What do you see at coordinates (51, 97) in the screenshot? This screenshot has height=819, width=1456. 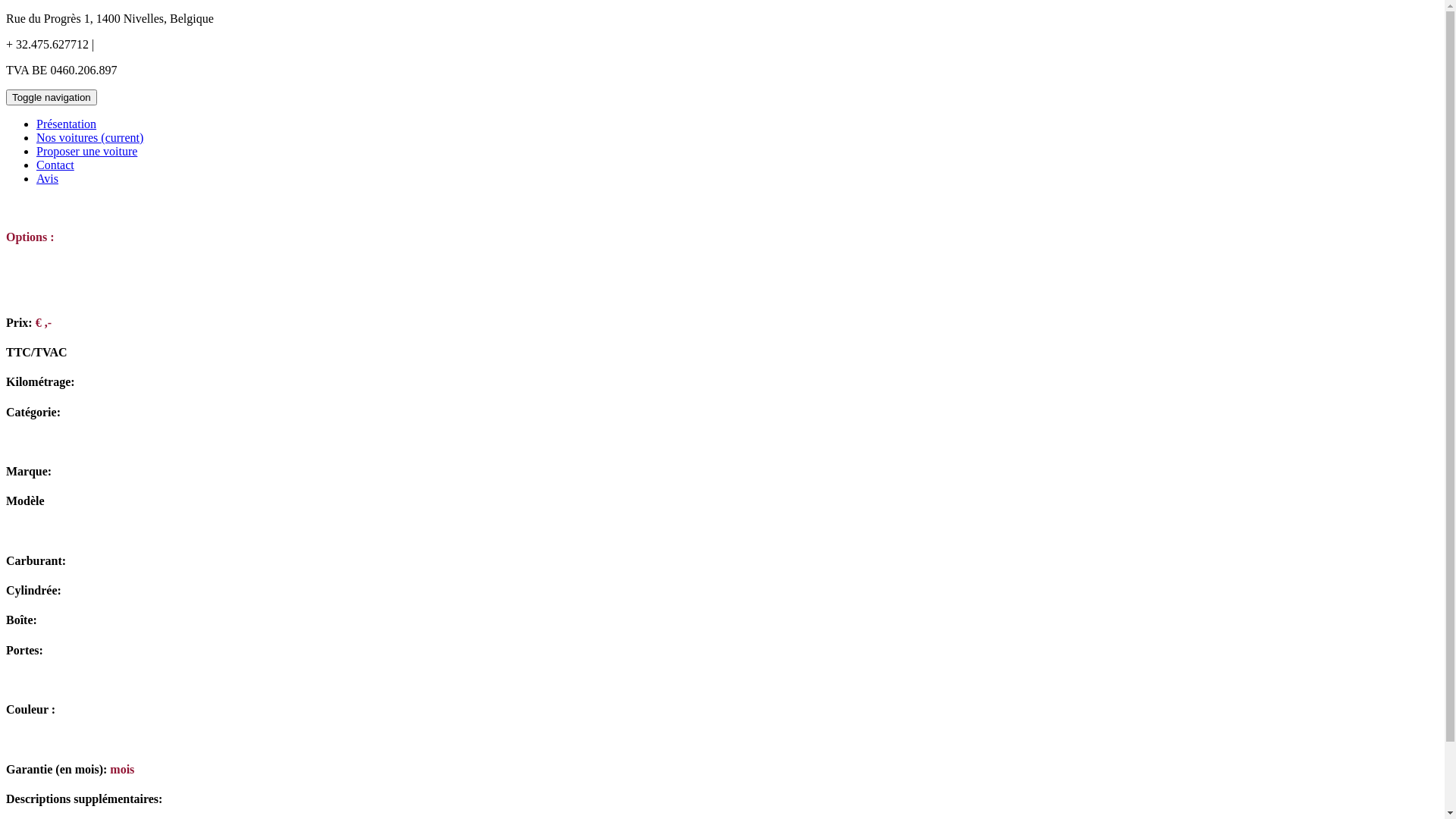 I see `'Toggle navigation'` at bounding box center [51, 97].